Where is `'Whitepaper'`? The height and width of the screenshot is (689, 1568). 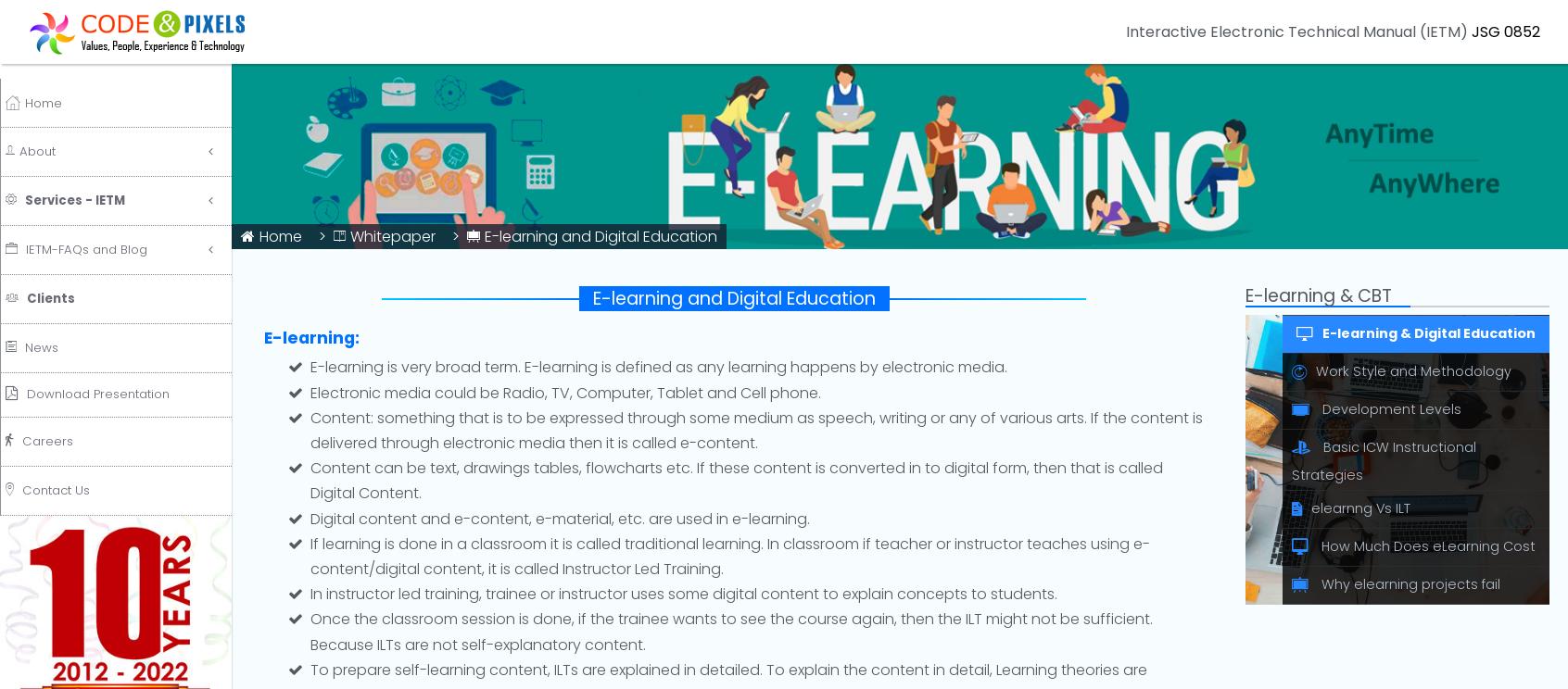
'Whitepaper' is located at coordinates (392, 236).